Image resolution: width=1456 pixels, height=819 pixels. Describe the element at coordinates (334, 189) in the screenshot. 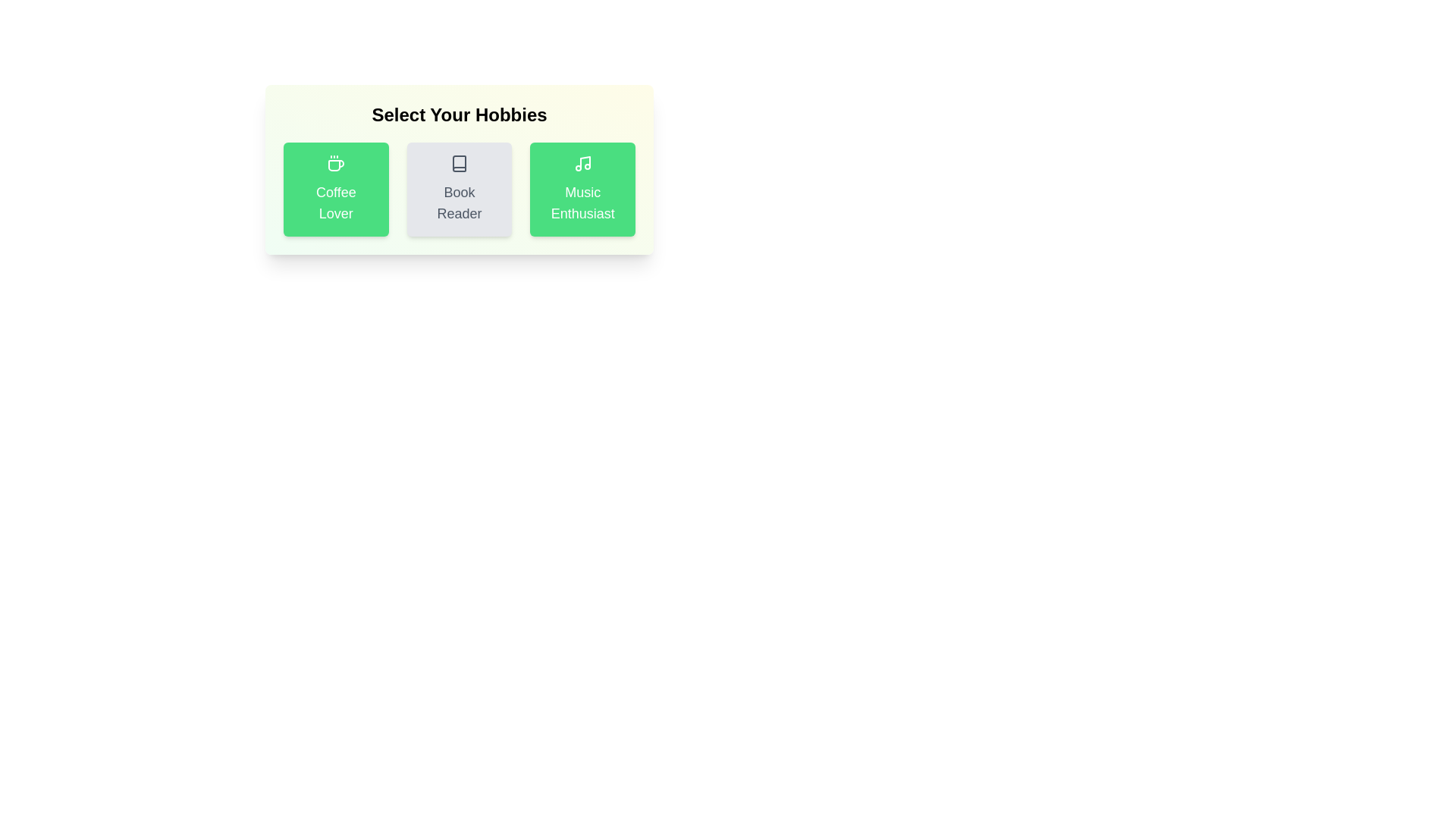

I see `the hobby button corresponding to Coffee Lover` at that location.